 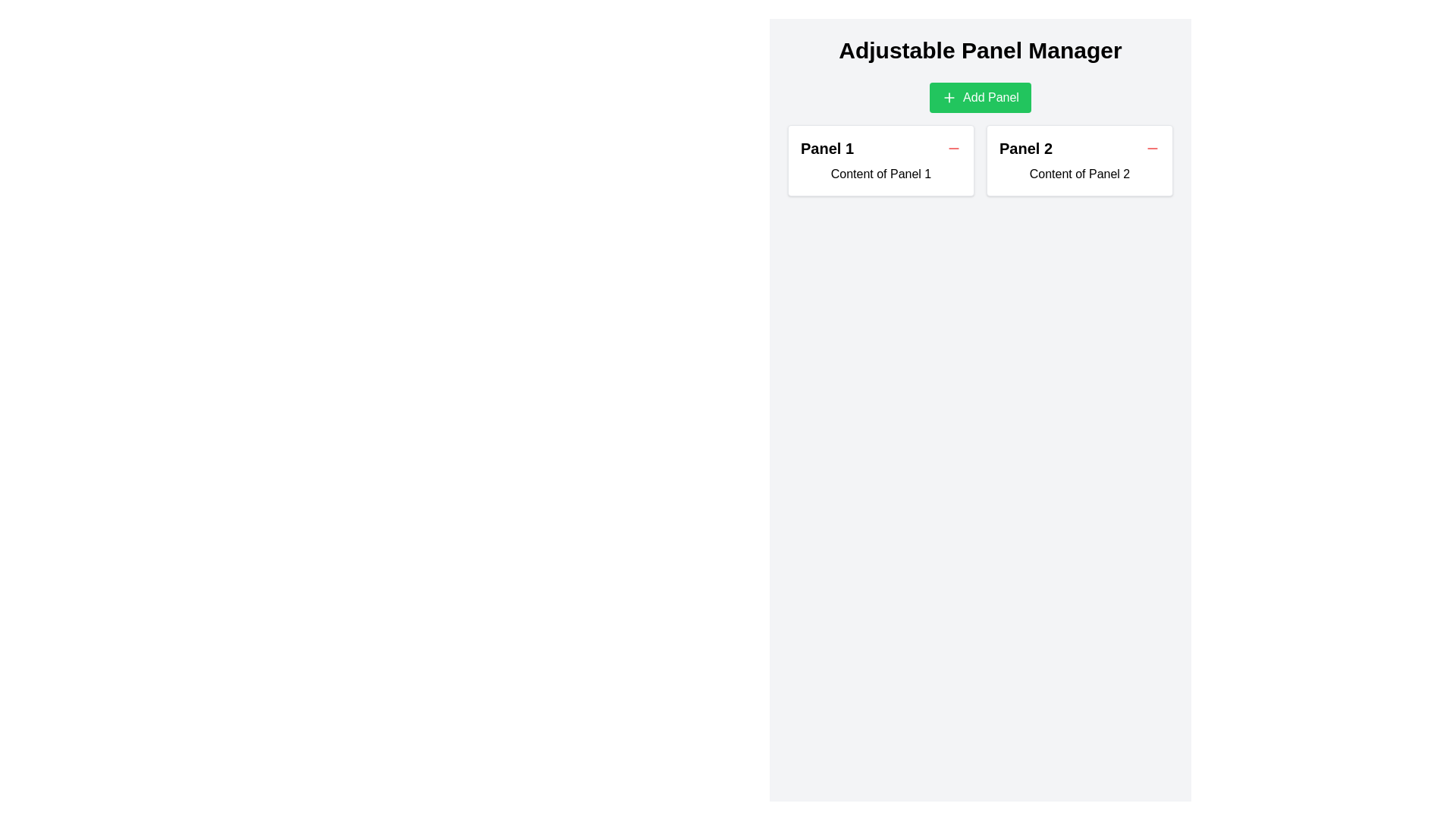 I want to click on the button that adds a new panel or item, positioned centrally below the title 'Adjustable Panel Manager', so click(x=980, y=97).